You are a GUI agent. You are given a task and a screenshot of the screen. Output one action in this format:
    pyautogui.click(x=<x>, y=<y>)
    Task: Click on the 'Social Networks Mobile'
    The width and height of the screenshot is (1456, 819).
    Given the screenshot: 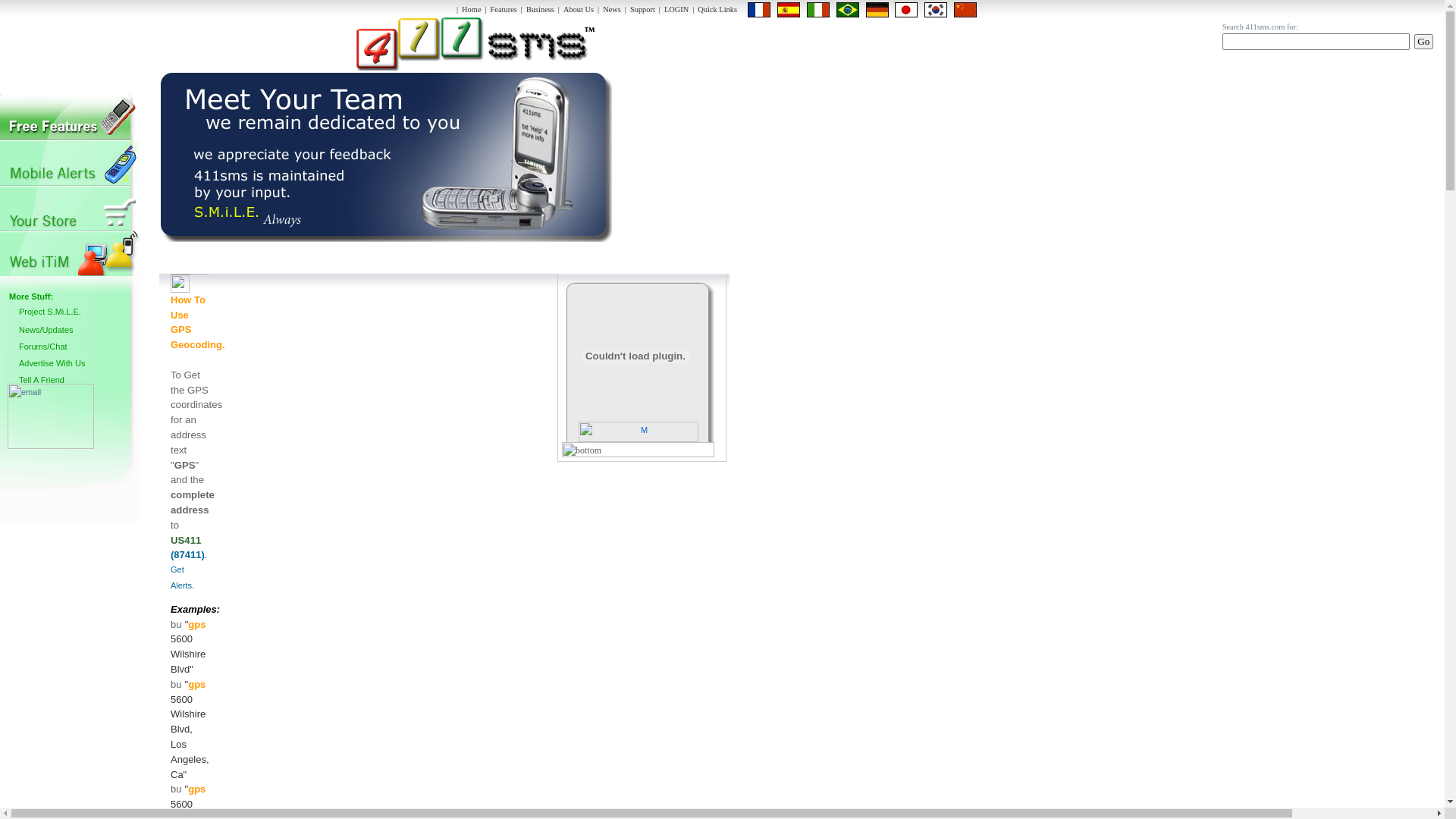 What is the action you would take?
    pyautogui.click(x=0, y=207)
    